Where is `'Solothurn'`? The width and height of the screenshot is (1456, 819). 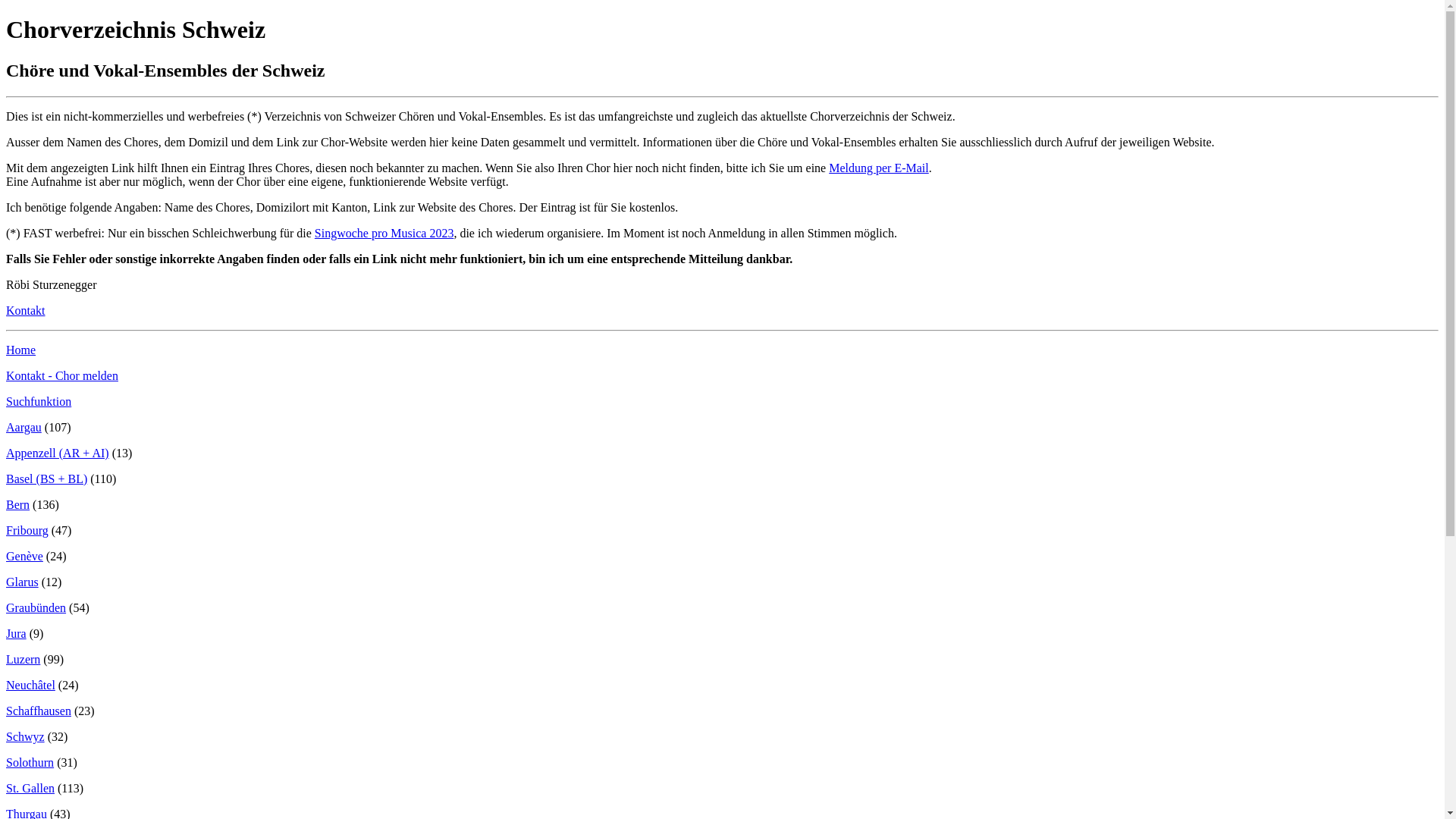 'Solothurn' is located at coordinates (30, 762).